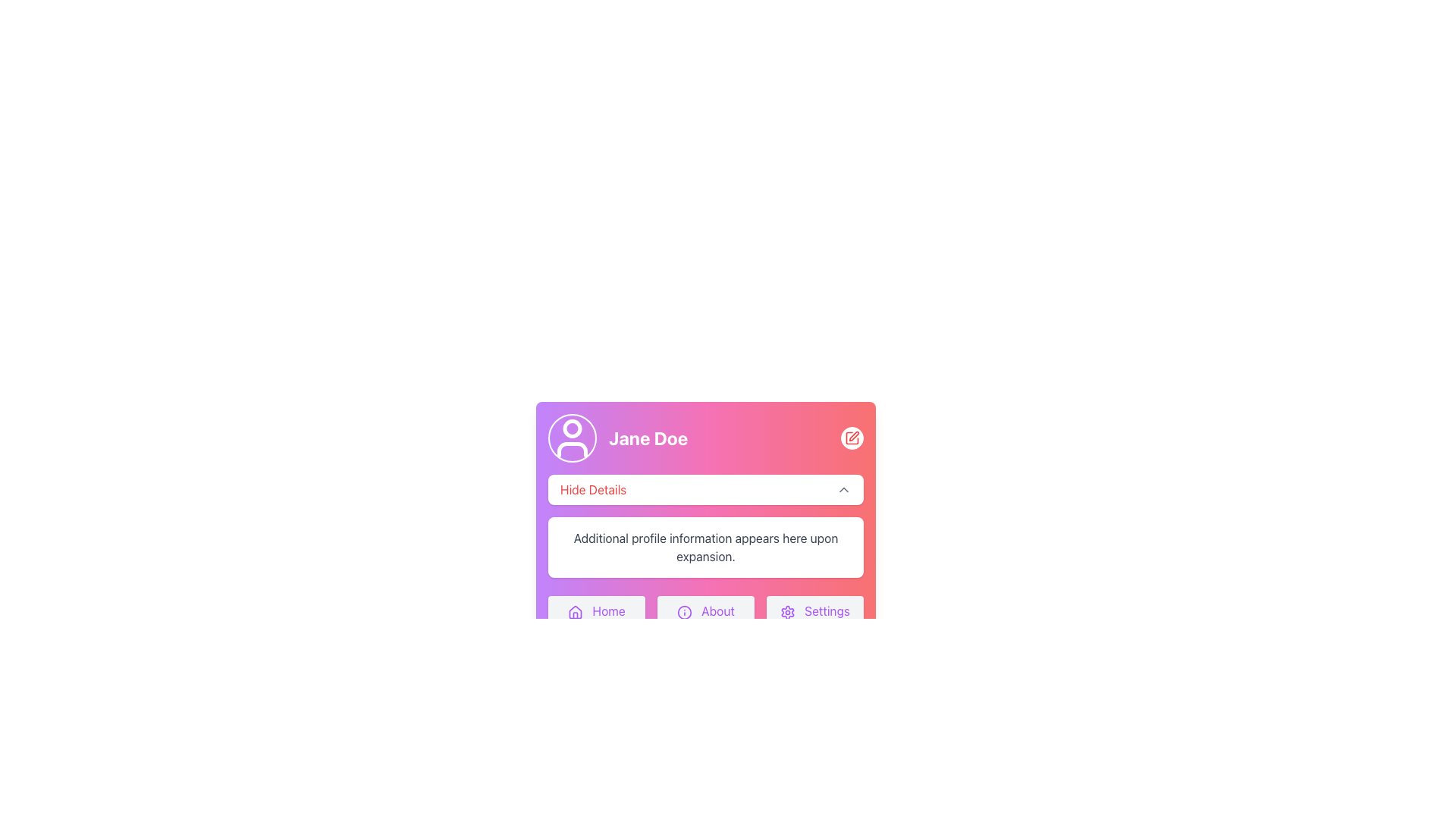 This screenshot has height=819, width=1456. Describe the element at coordinates (787, 611) in the screenshot. I see `the settings icon button located in the bottom navigation bar, which is the rightmost icon adjacent to the 'Settings' text label` at that location.